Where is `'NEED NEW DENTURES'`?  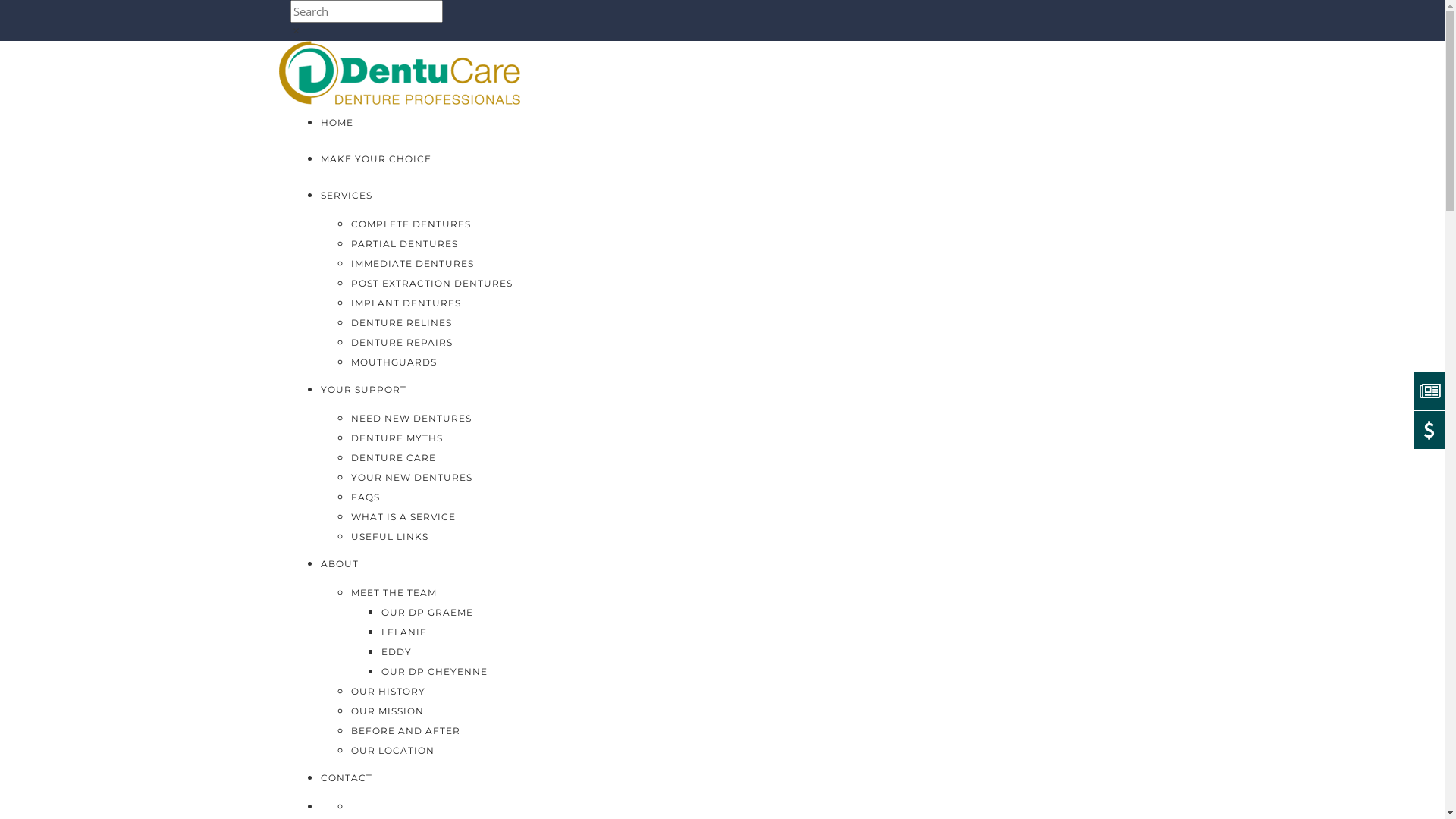 'NEED NEW DENTURES' is located at coordinates (410, 418).